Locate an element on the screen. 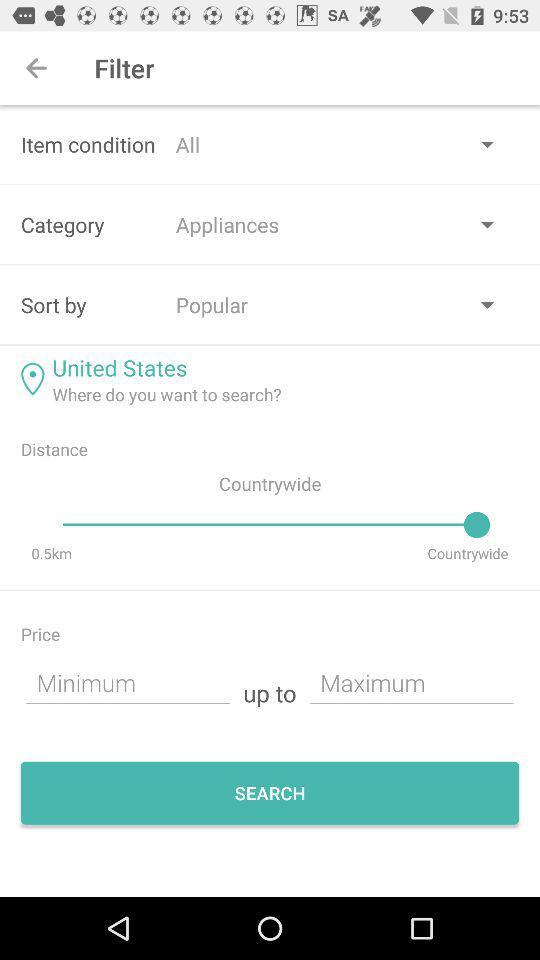  the option search is located at coordinates (270, 793).